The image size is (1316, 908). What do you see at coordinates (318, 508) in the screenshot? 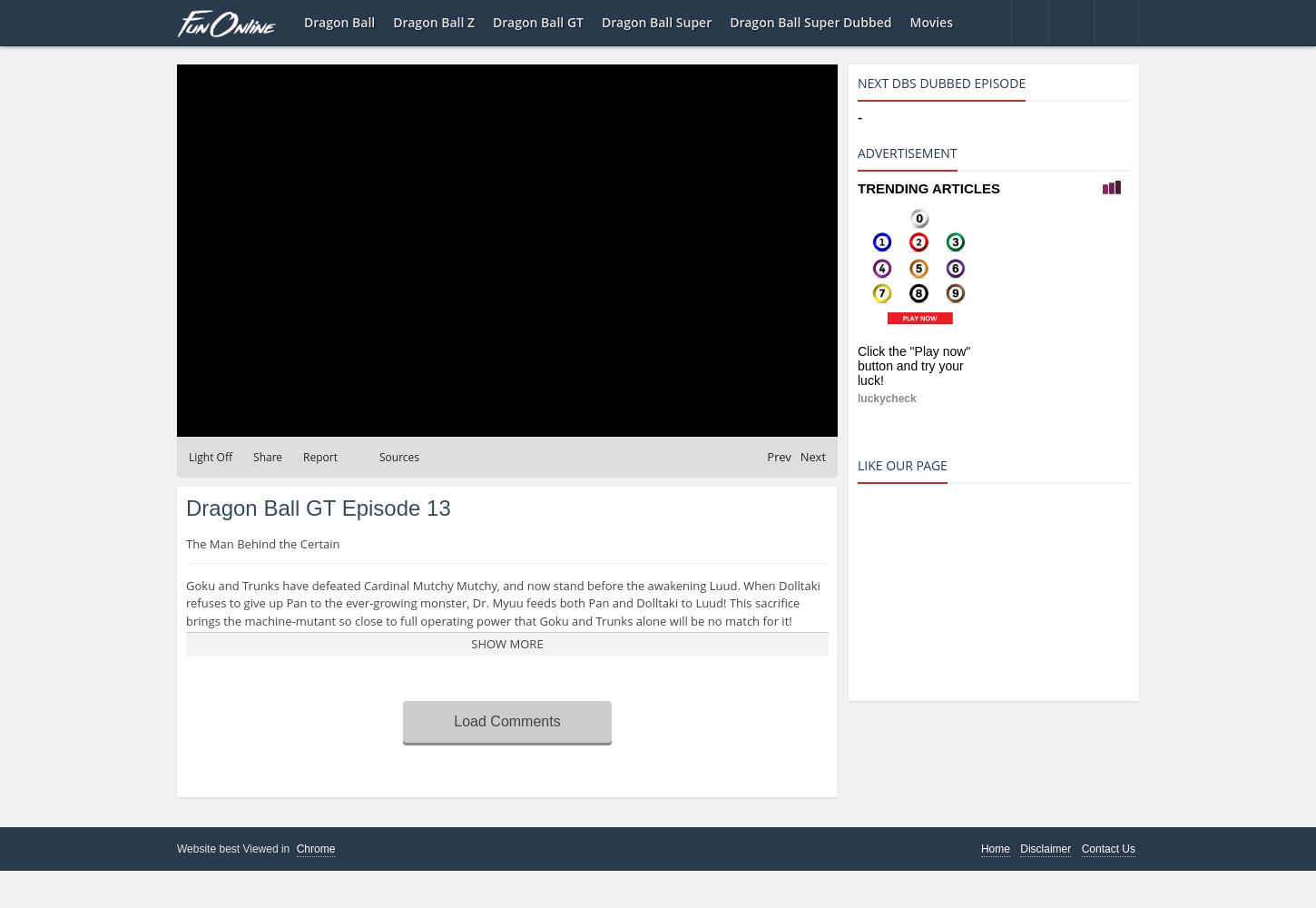
I see `'Dragon Ball GT Episode 13'` at bounding box center [318, 508].